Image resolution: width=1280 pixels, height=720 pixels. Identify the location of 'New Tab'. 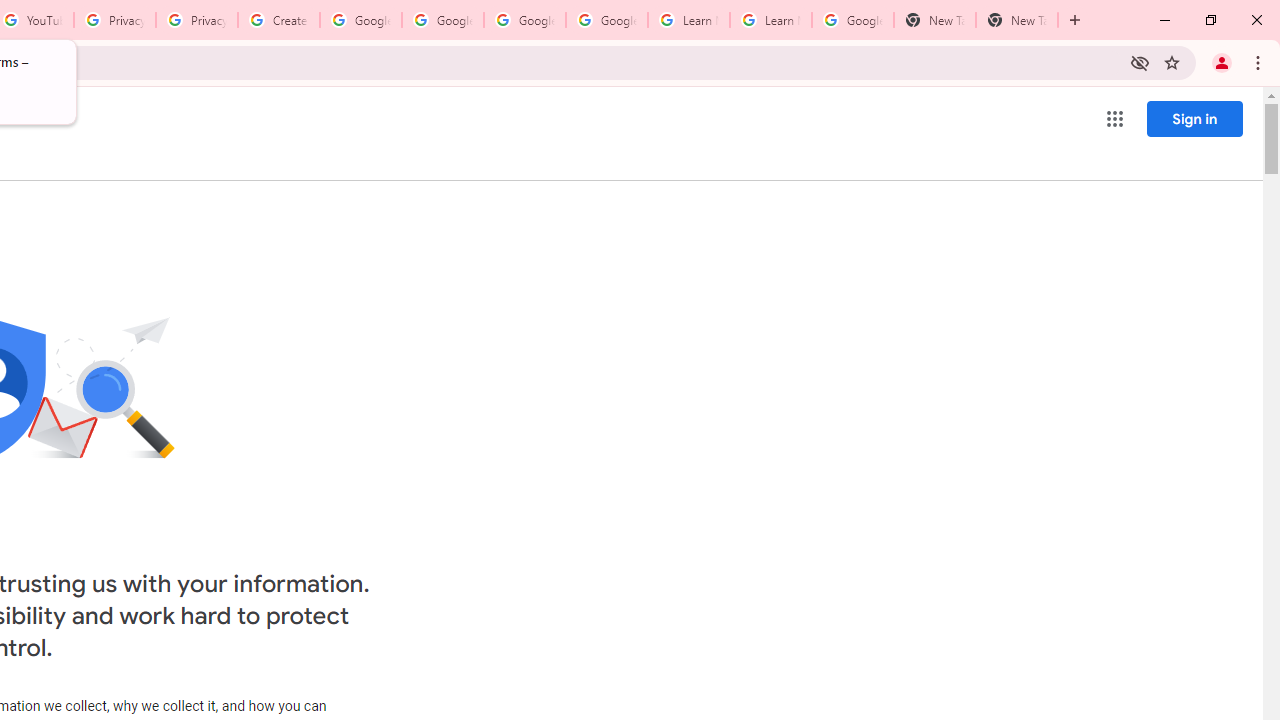
(934, 20).